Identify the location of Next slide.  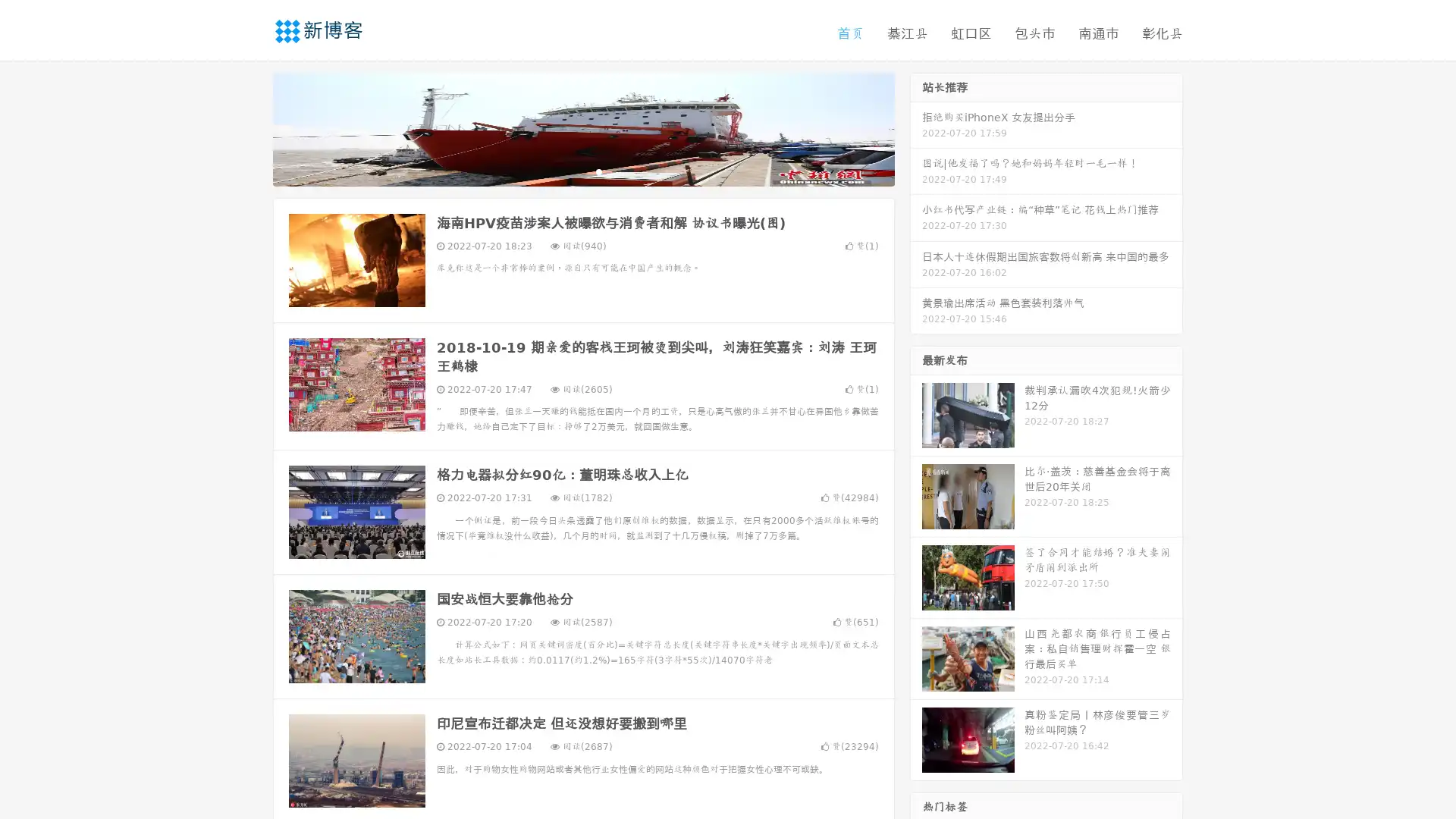
(916, 127).